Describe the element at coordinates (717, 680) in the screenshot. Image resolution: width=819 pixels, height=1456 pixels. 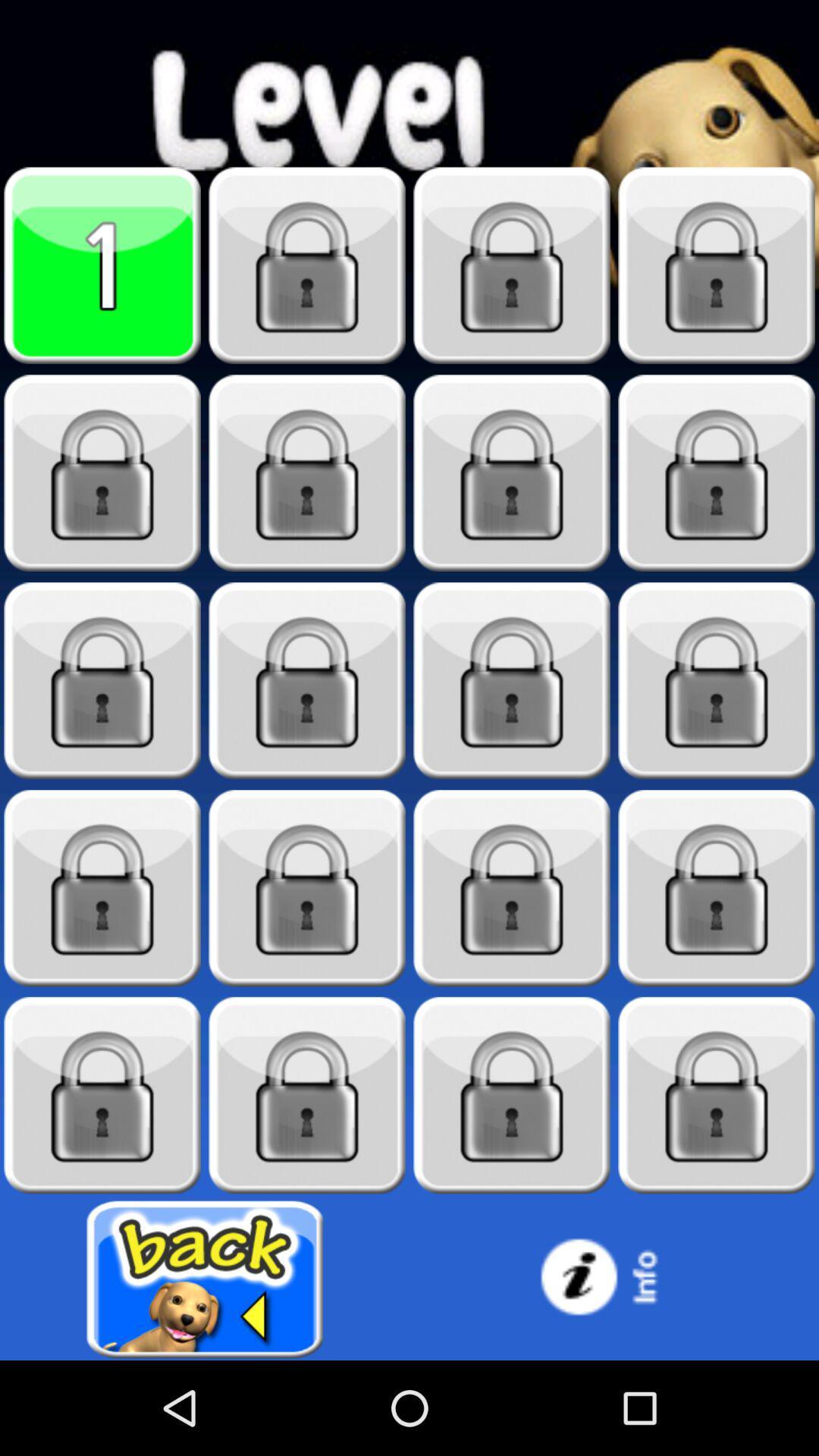
I see `level 12 currently locked` at that location.